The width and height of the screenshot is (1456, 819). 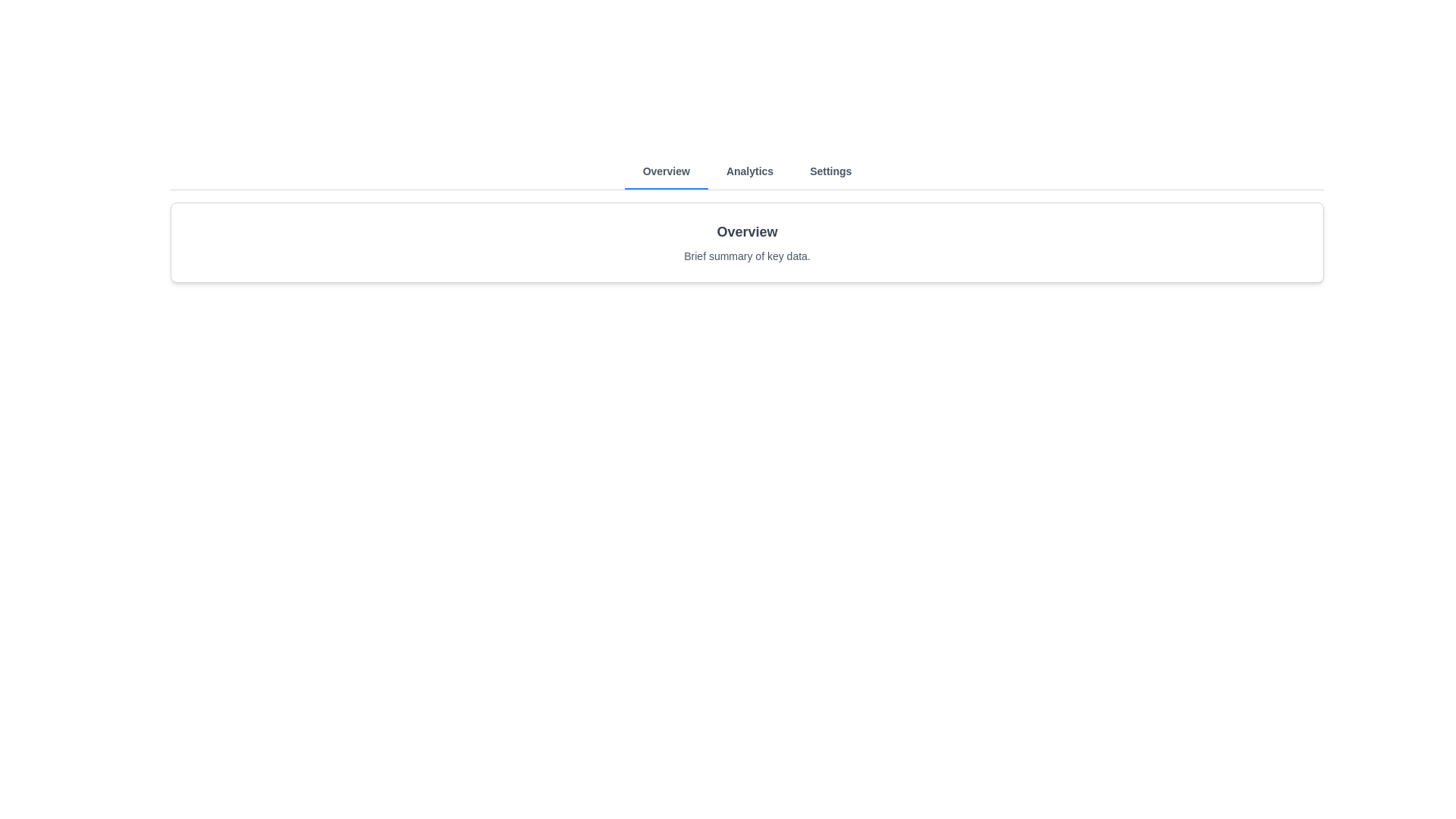 What do you see at coordinates (666, 171) in the screenshot?
I see `the Overview tab to observe its hover effect` at bounding box center [666, 171].